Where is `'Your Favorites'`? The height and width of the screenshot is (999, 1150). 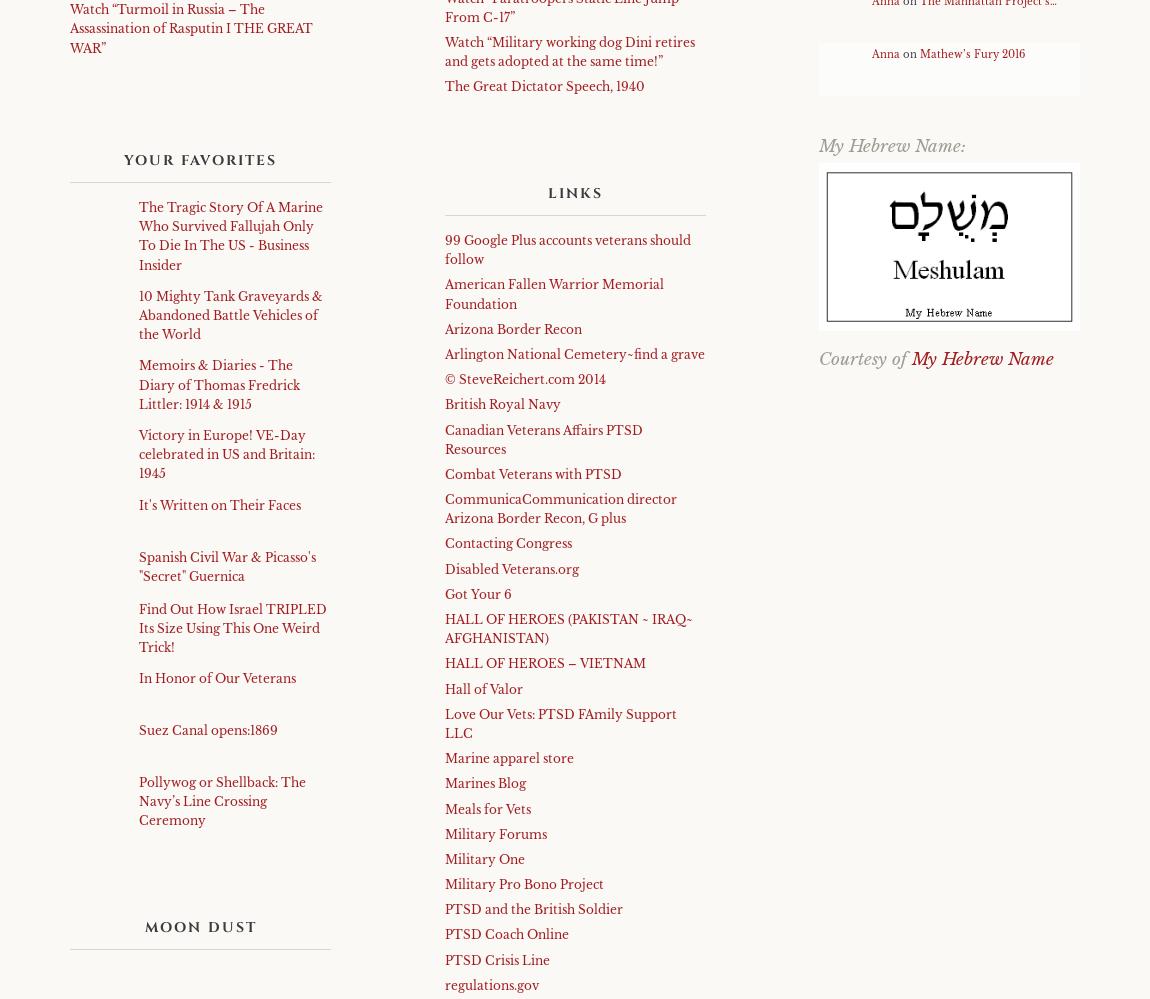
'Your Favorites' is located at coordinates (199, 159).